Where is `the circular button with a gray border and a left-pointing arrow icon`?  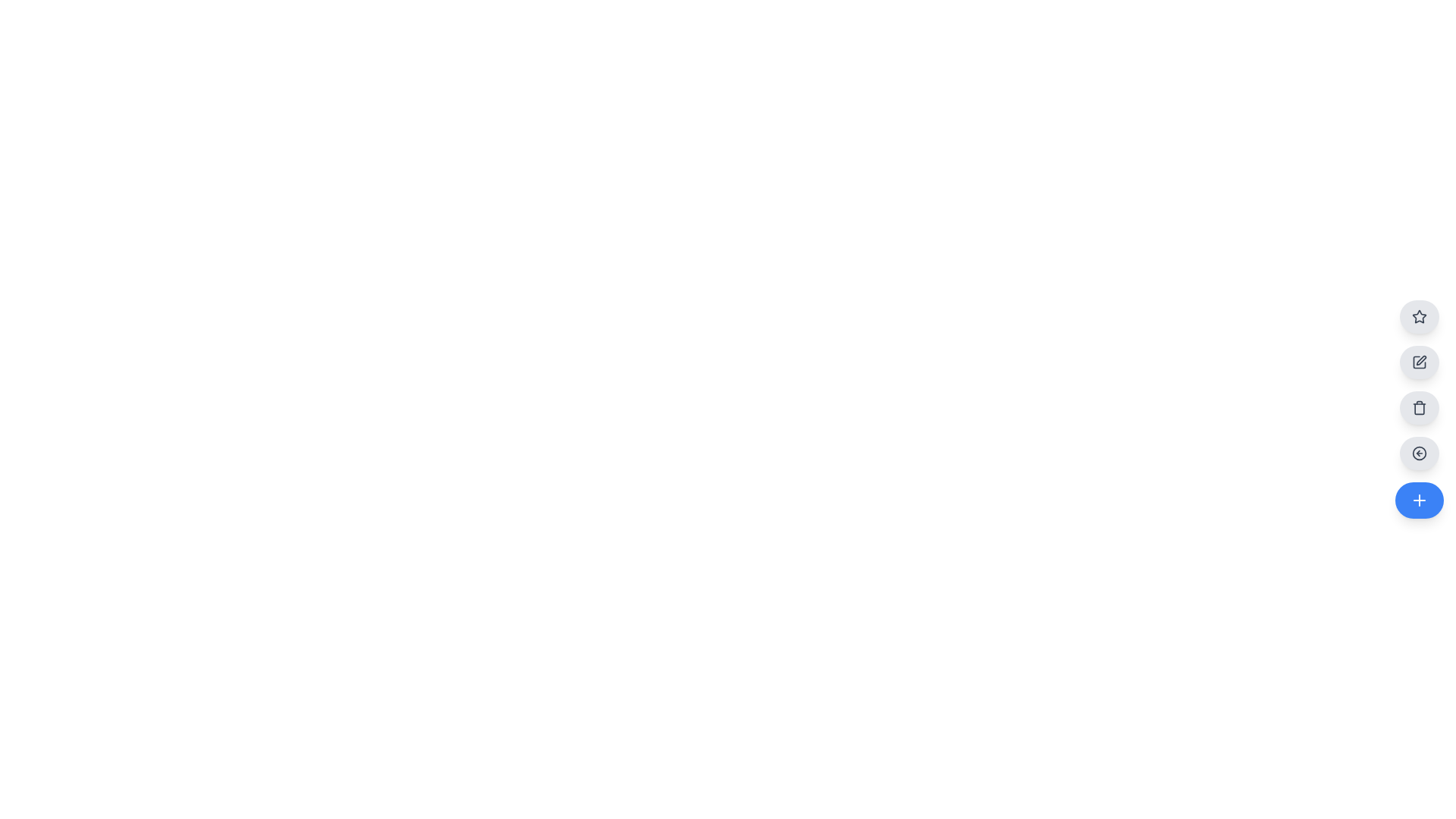
the circular button with a gray border and a left-pointing arrow icon is located at coordinates (1419, 452).